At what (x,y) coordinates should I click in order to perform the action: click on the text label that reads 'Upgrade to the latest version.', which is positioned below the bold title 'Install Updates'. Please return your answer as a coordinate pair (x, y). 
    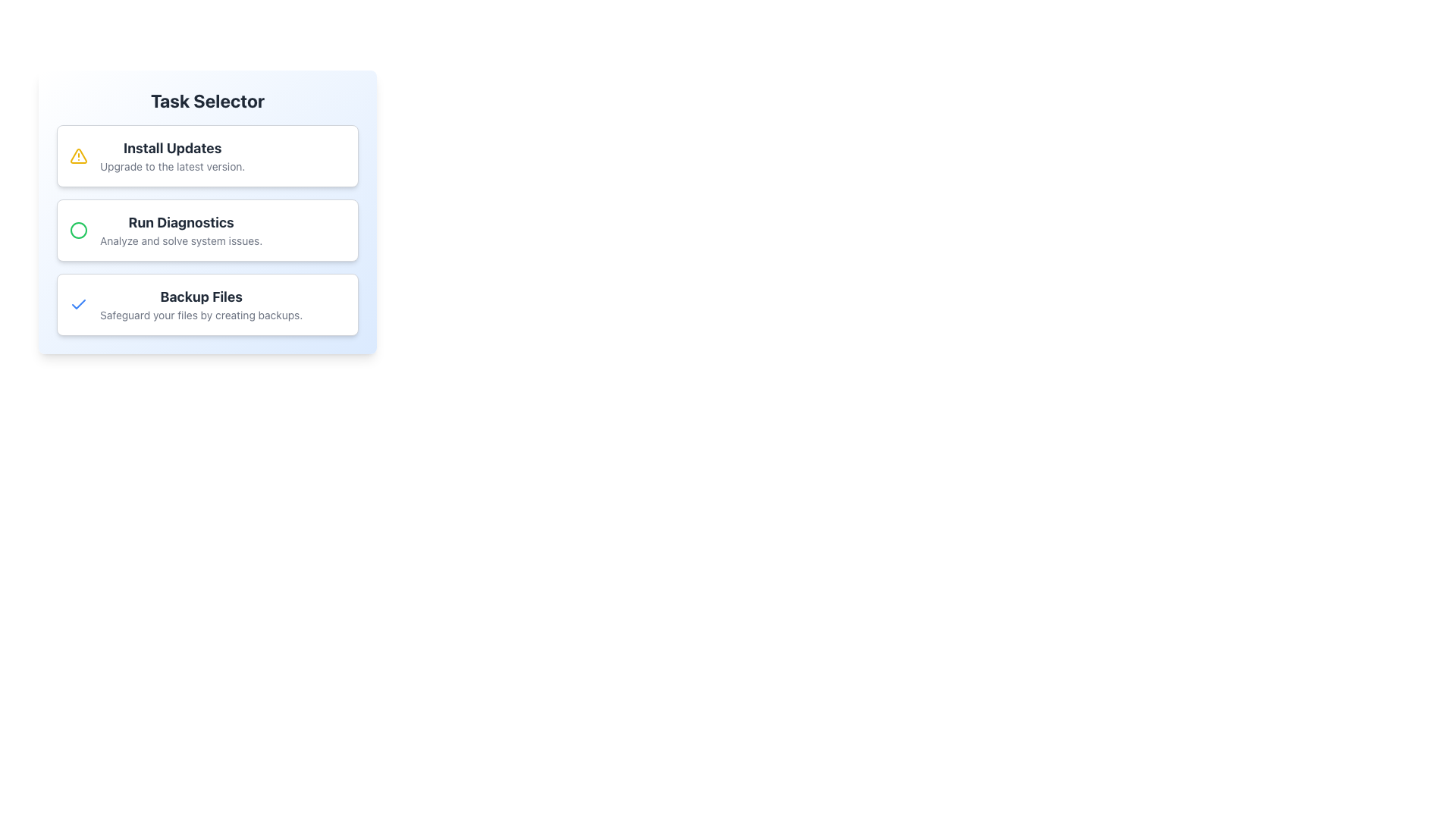
    Looking at the image, I should click on (172, 166).